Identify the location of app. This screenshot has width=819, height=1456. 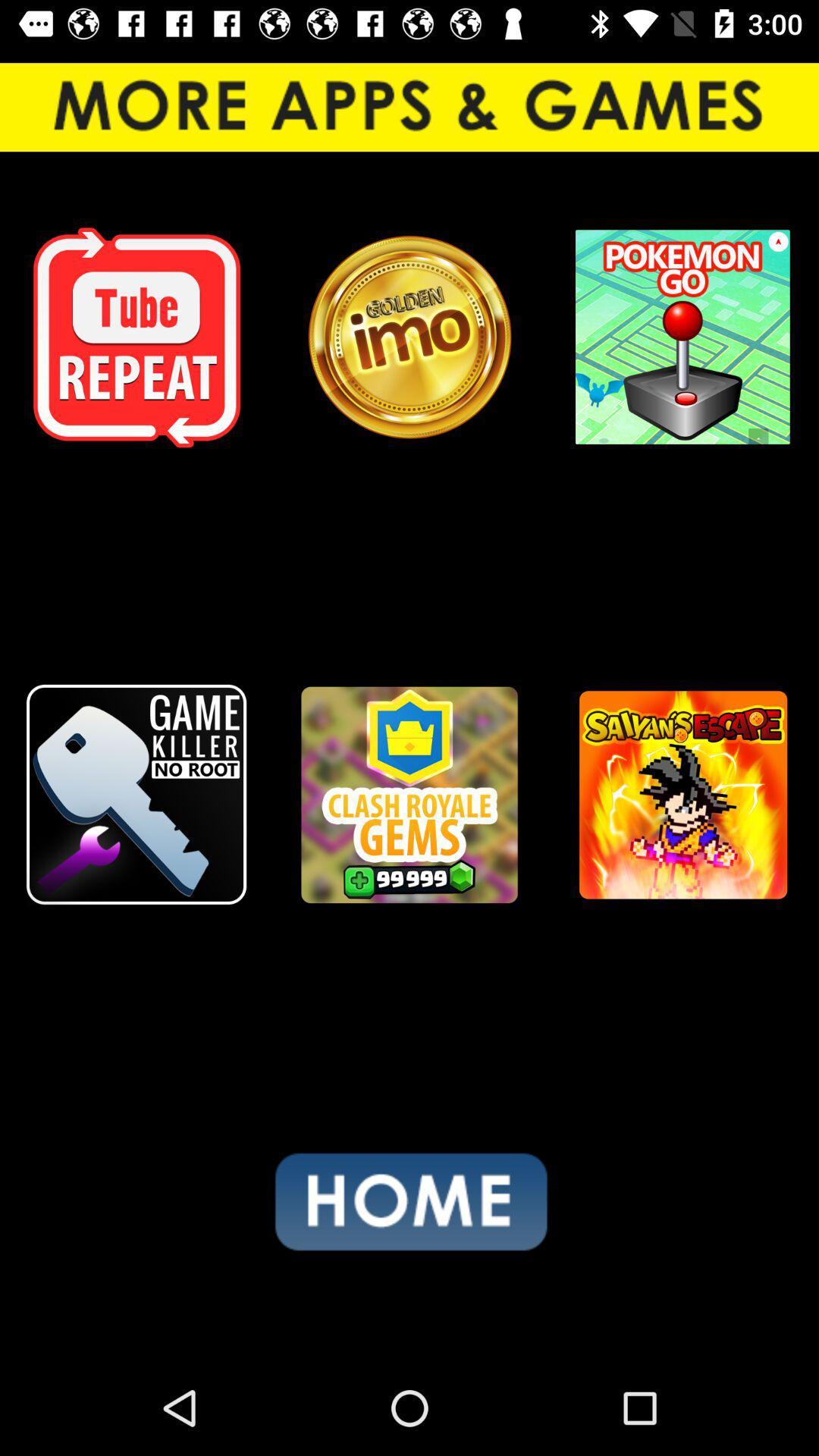
(681, 794).